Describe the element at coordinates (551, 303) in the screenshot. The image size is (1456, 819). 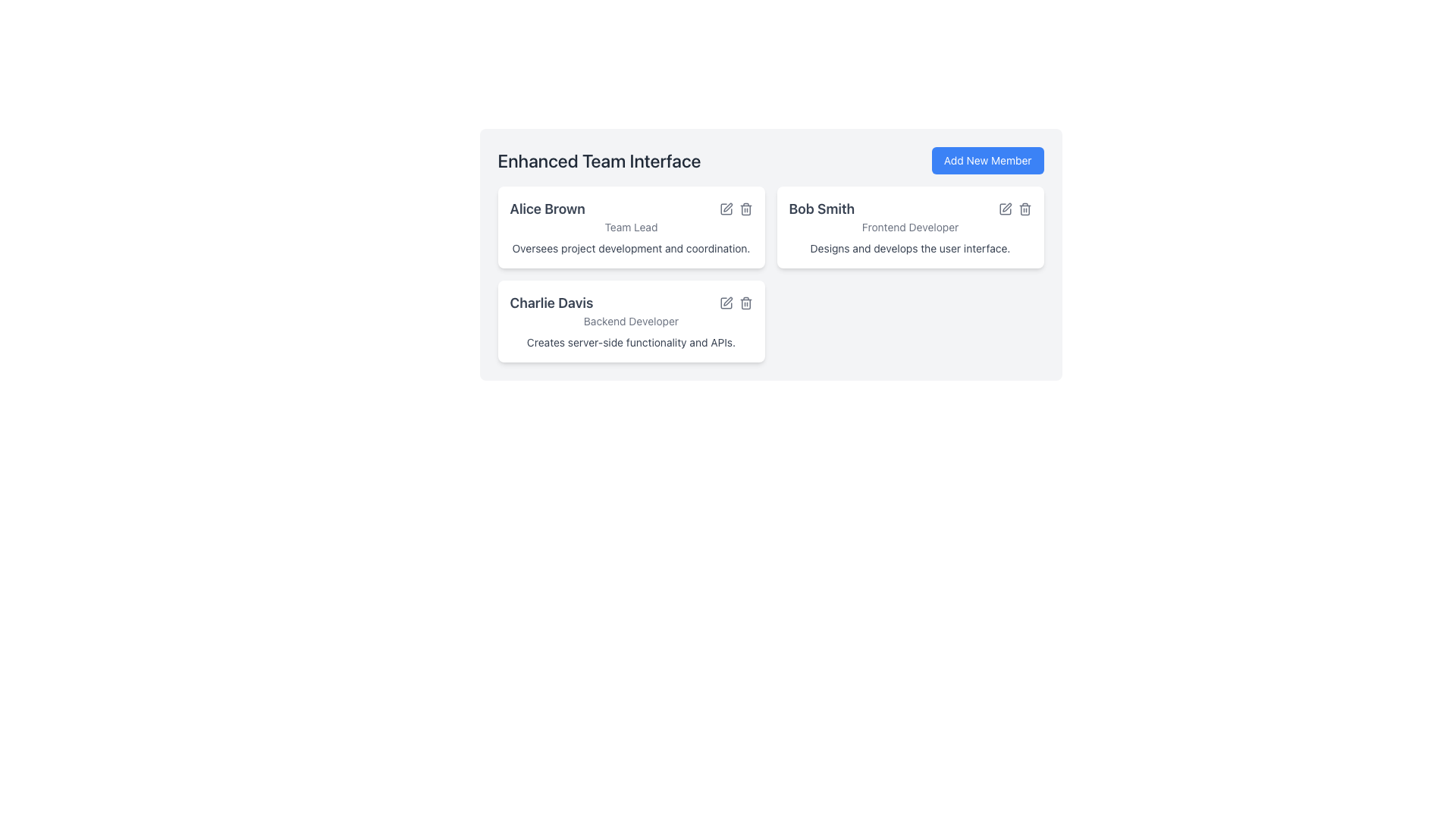
I see `the text label displaying 'Charlie Davis', which is styled in large bold dark gray font, located at the top of the card layout in the 'Enhanced Team Interface'` at that location.